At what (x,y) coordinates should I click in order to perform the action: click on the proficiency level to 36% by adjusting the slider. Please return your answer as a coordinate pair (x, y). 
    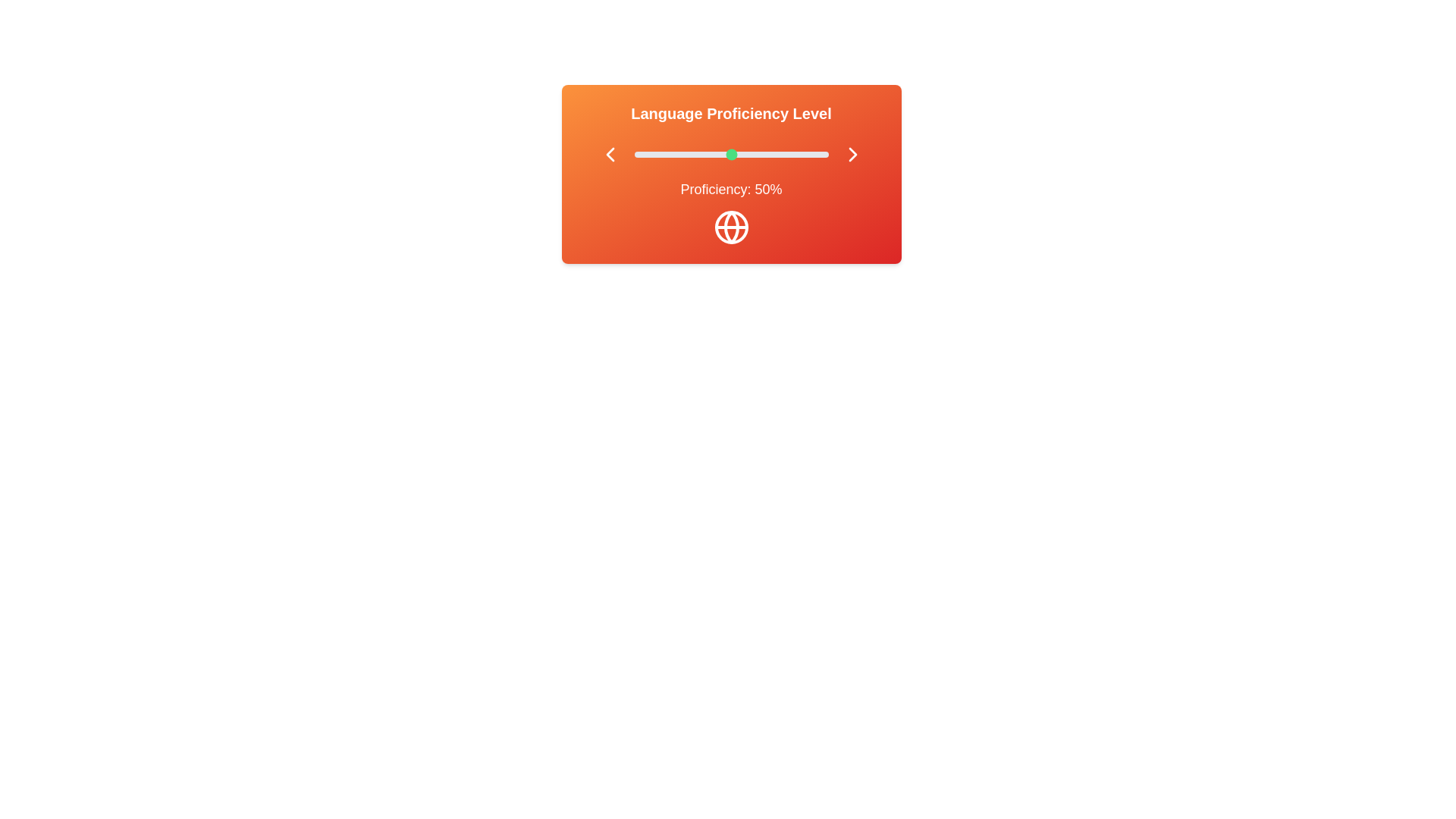
    Looking at the image, I should click on (703, 155).